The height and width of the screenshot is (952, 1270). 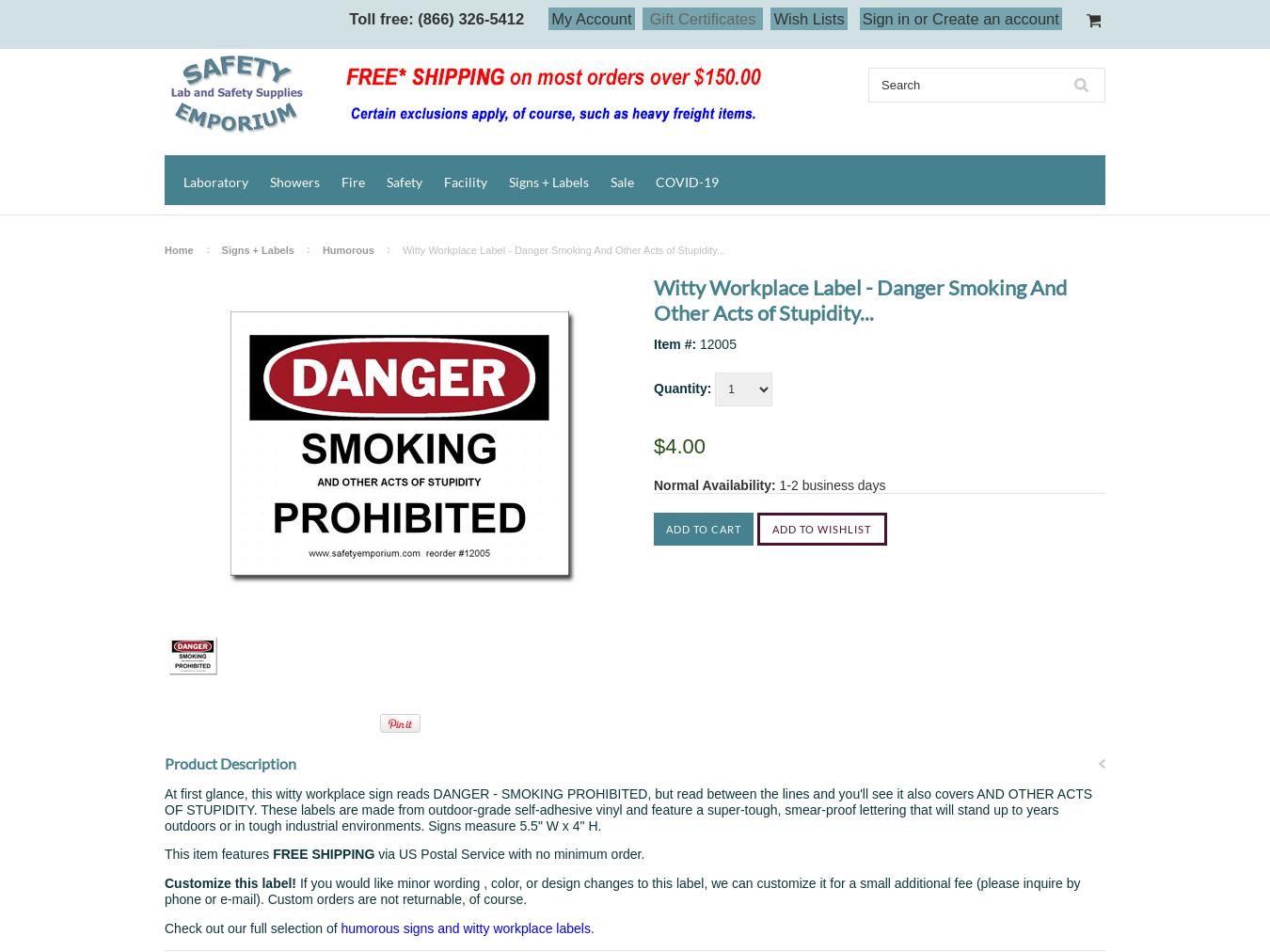 I want to click on 'Gift Certificates', so click(x=701, y=18).